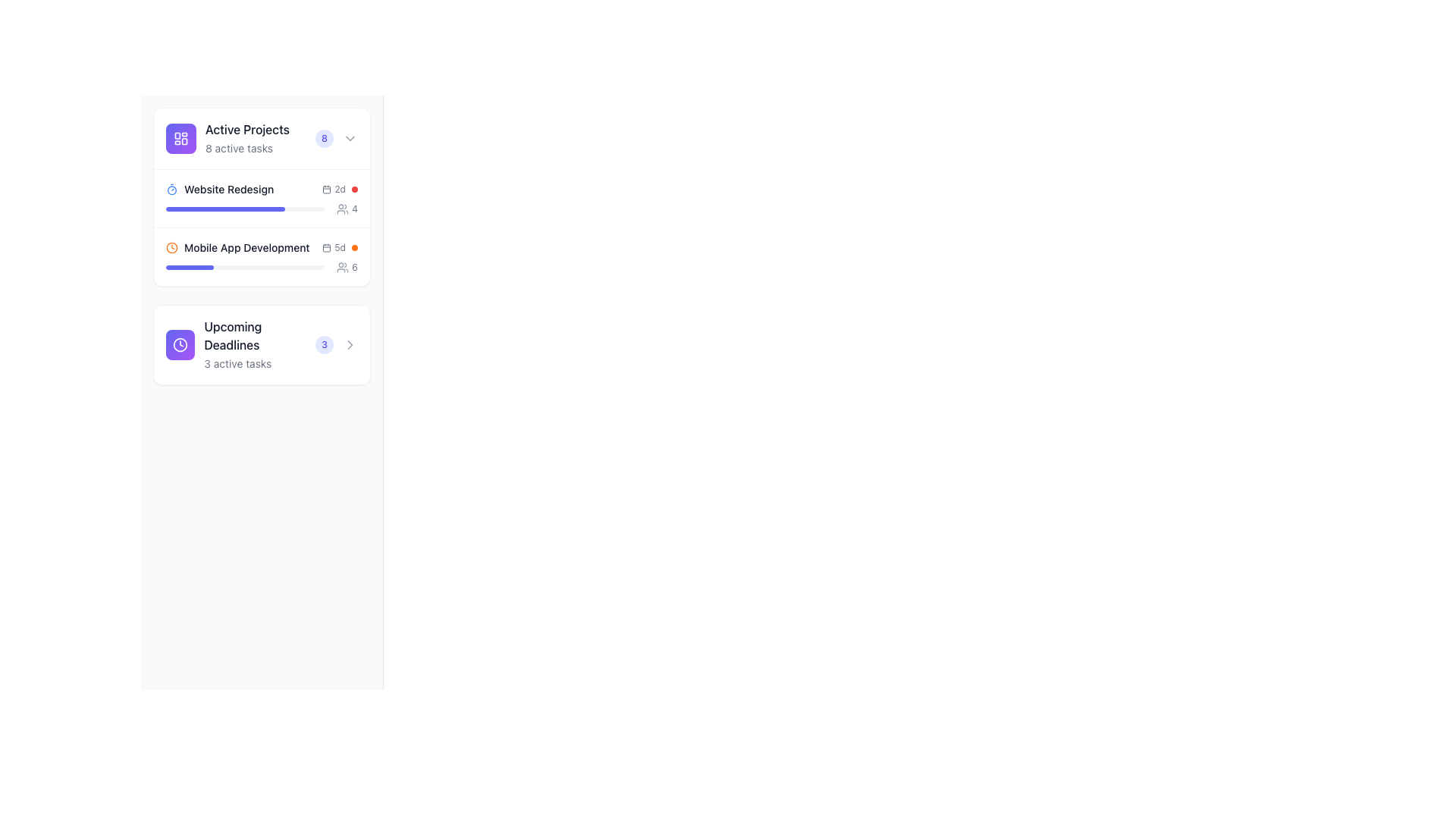 The width and height of the screenshot is (1456, 819). Describe the element at coordinates (342, 209) in the screenshot. I see `the 'users' or 'group' icon located to the left of the number '4' in the 'Active Projects' section under 'Website Redesign'` at that location.